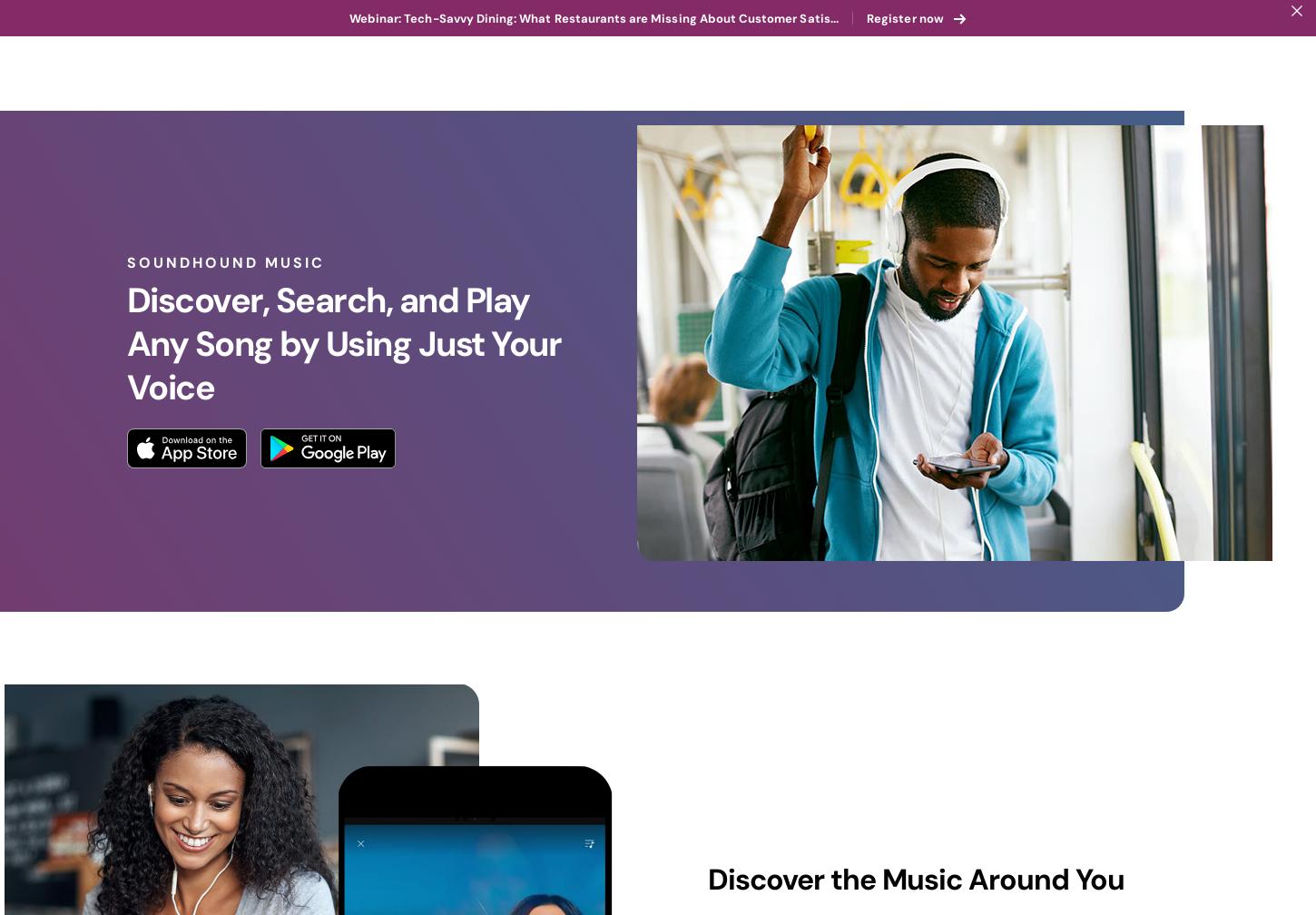 The height and width of the screenshot is (915, 1316). Describe the element at coordinates (889, 875) in the screenshot. I see `'SoundHound Rating'` at that location.